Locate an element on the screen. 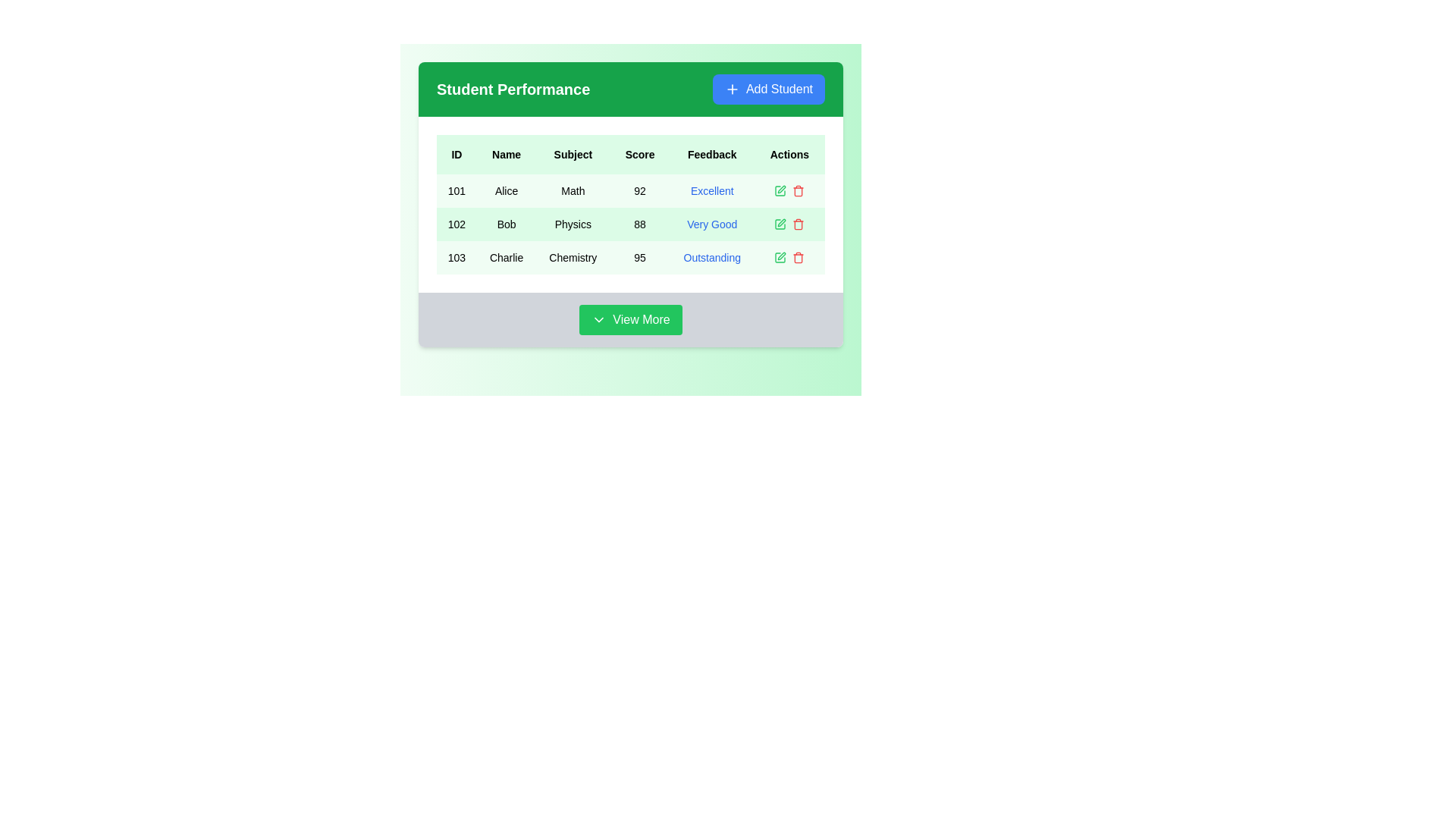 The width and height of the screenshot is (1456, 819). the green pencil icon in the Icon Group located in the Actions column for the student Alice is located at coordinates (789, 190).